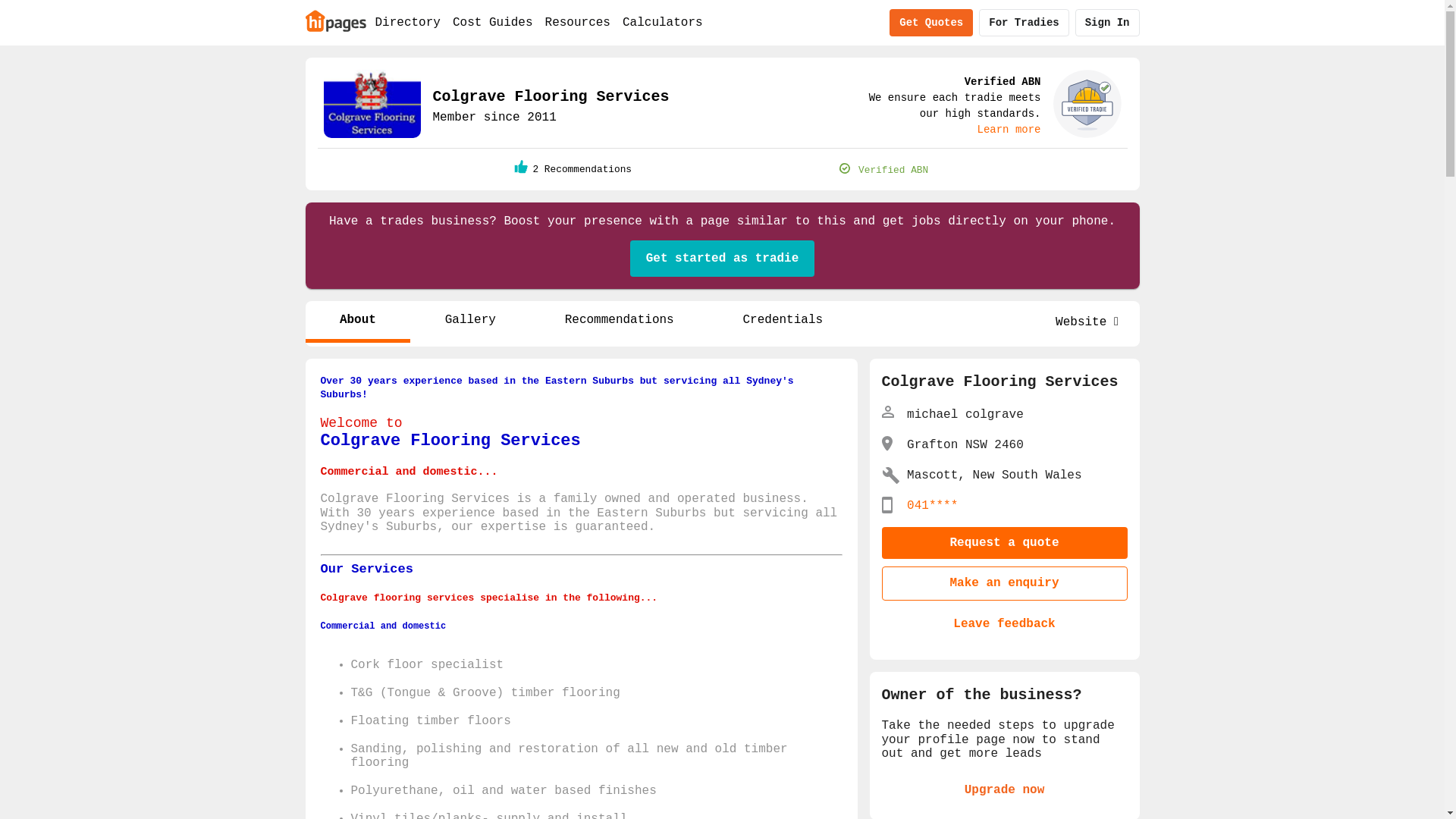  What do you see at coordinates (708, 321) in the screenshot?
I see `'Credentials'` at bounding box center [708, 321].